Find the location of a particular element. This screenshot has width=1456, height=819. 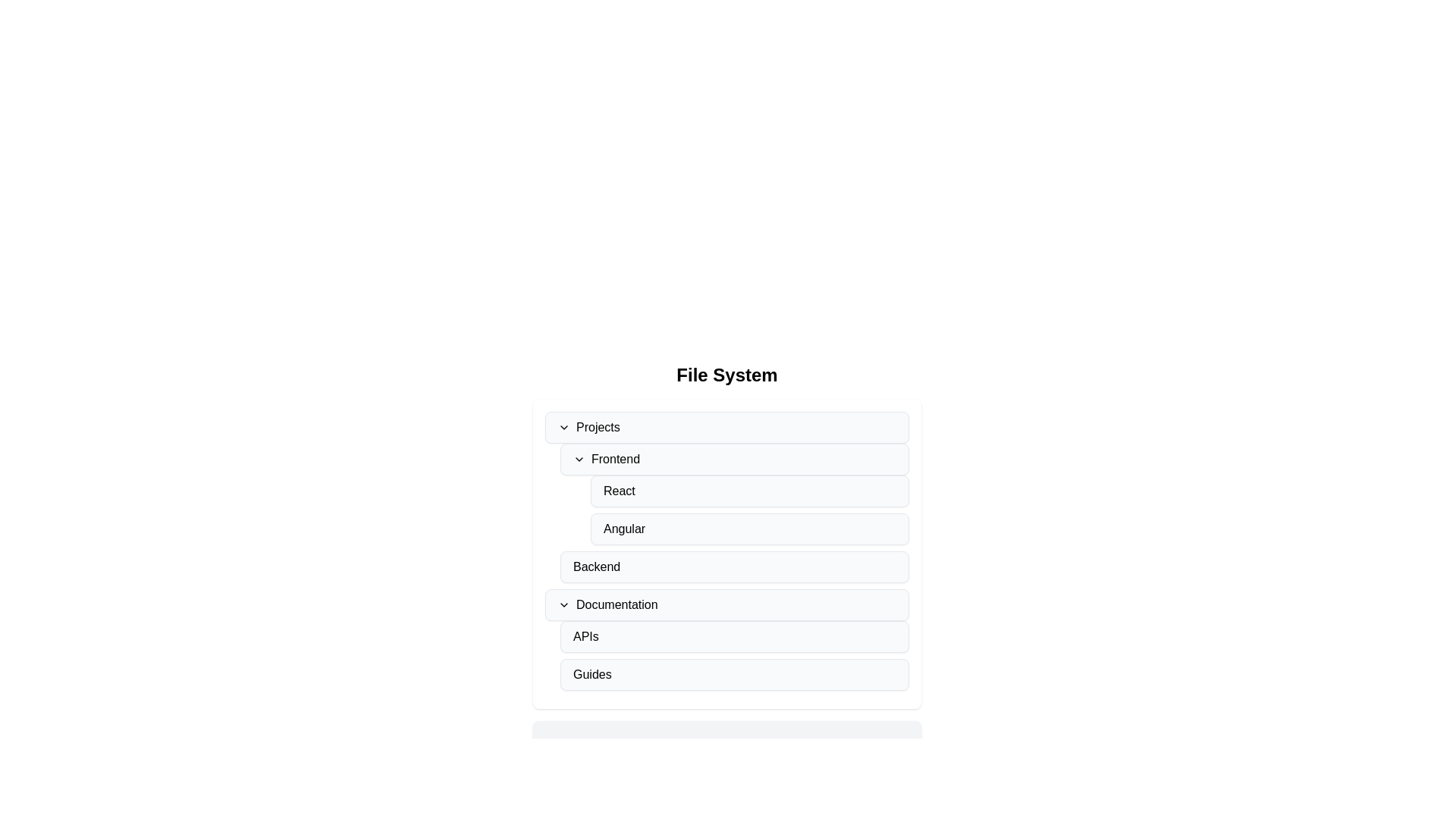

the clickable list item labeled 'Angular' is located at coordinates (624, 529).